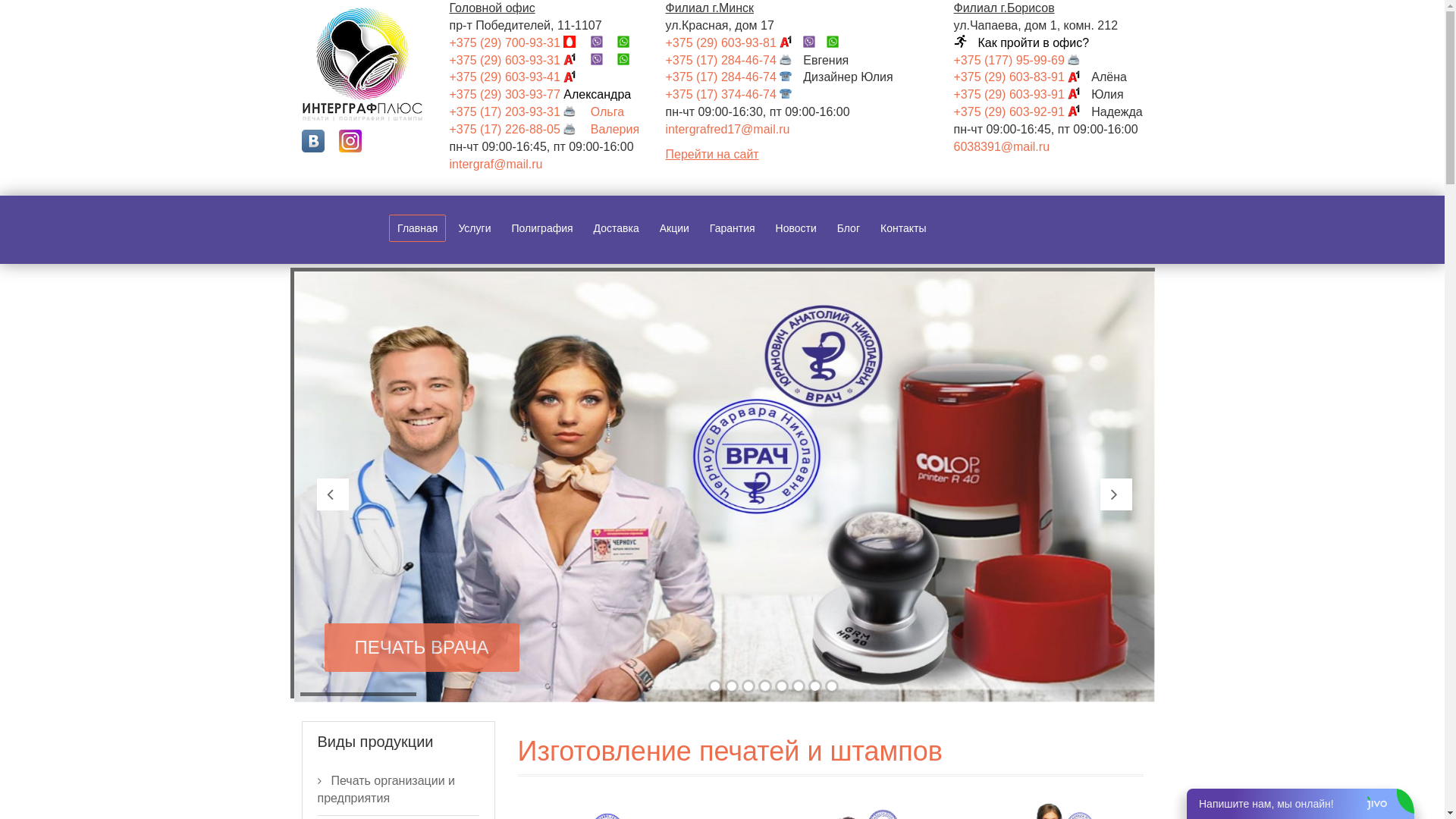  What do you see at coordinates (1022, 111) in the screenshot?
I see `'+375 (29) 603-92-91 '` at bounding box center [1022, 111].